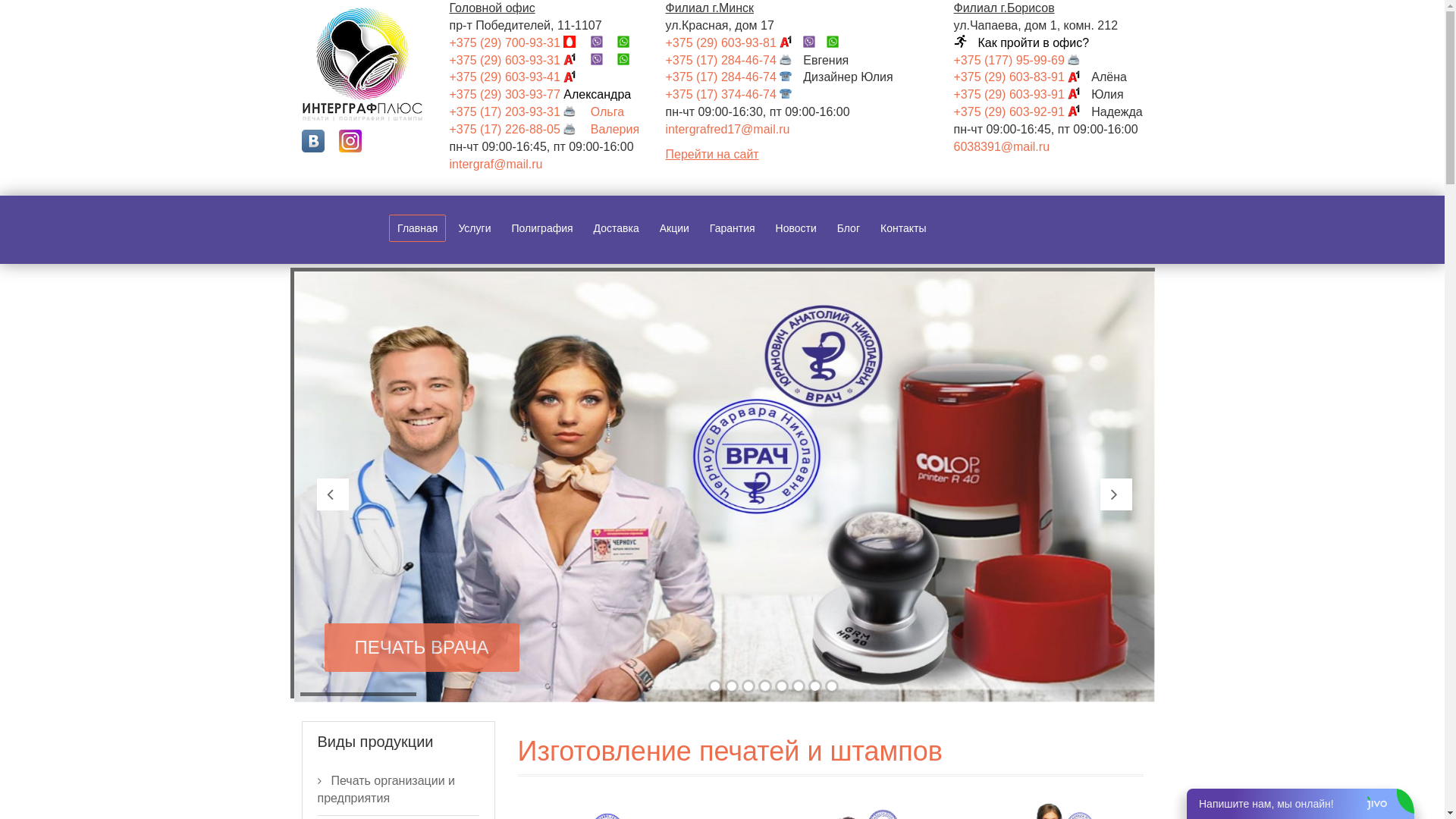  What do you see at coordinates (1022, 111) in the screenshot?
I see `'+375 (29) 603-92-91 '` at bounding box center [1022, 111].